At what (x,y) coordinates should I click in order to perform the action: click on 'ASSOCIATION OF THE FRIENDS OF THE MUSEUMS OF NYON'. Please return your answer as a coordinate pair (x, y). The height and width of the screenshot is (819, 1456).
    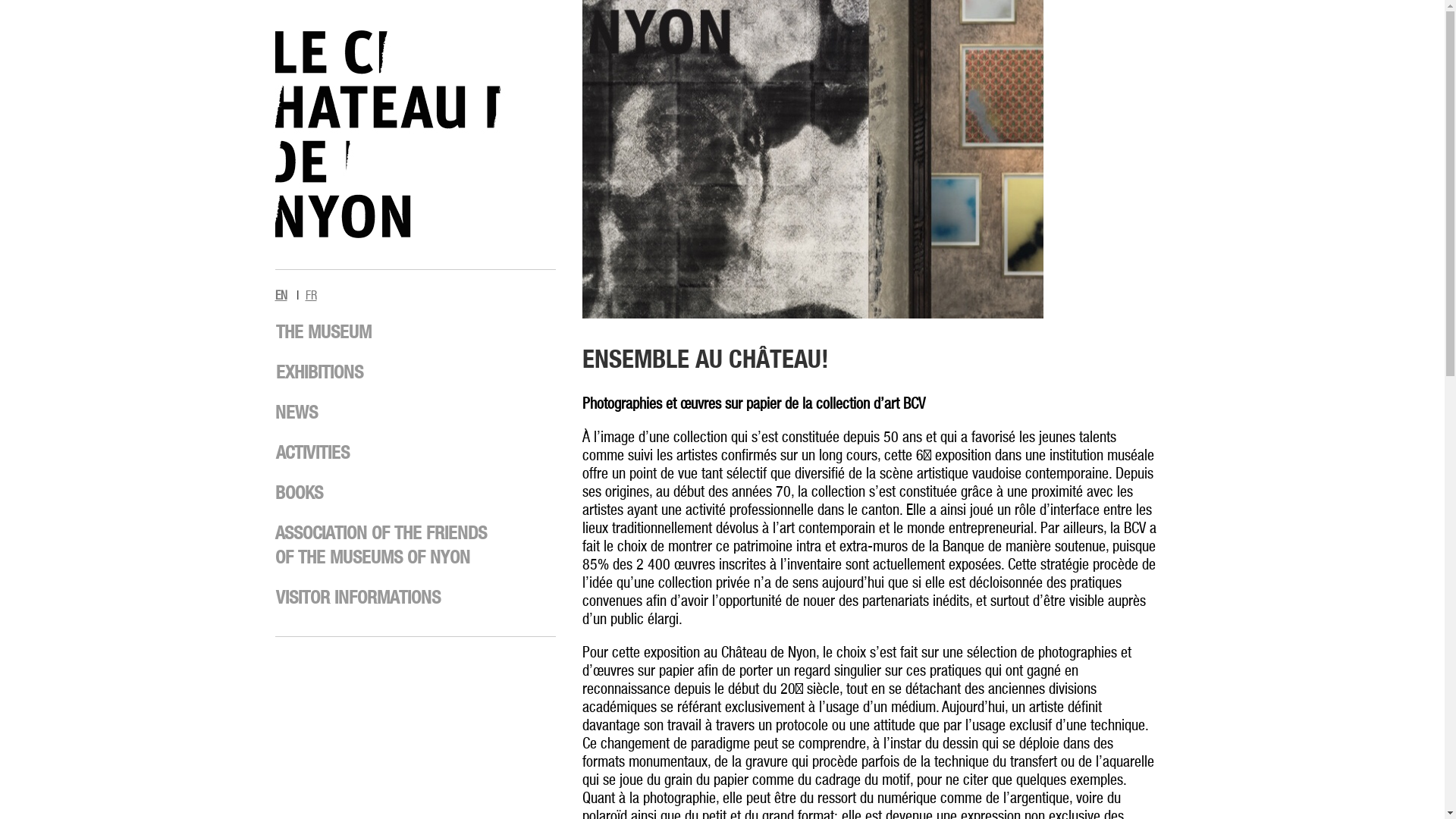
    Looking at the image, I should click on (380, 543).